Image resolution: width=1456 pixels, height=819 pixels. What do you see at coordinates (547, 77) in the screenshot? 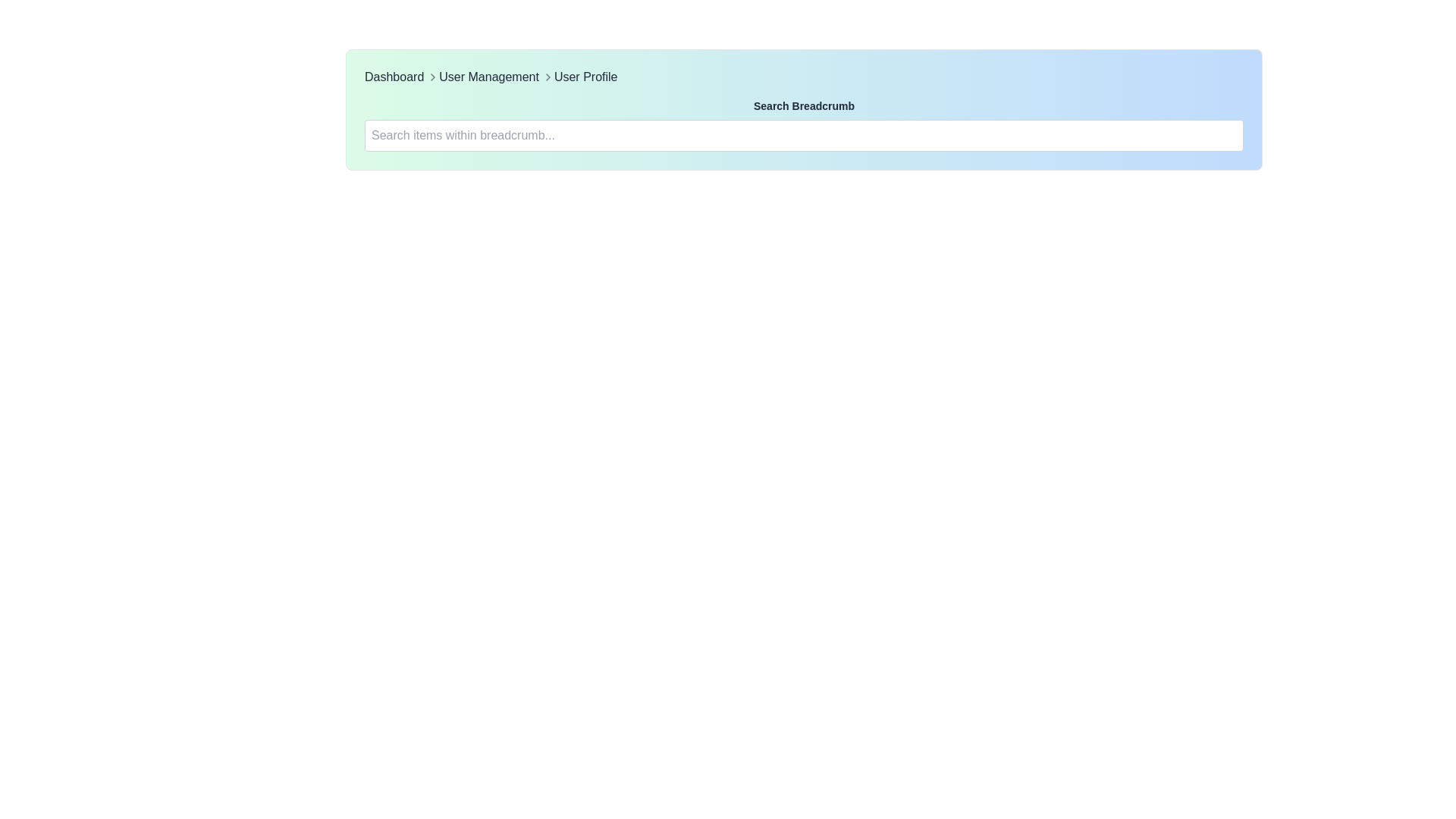
I see `the gray outline arrow icon in the breadcrumb navigation bar, positioned between 'User Management' and 'User Profile'` at bounding box center [547, 77].